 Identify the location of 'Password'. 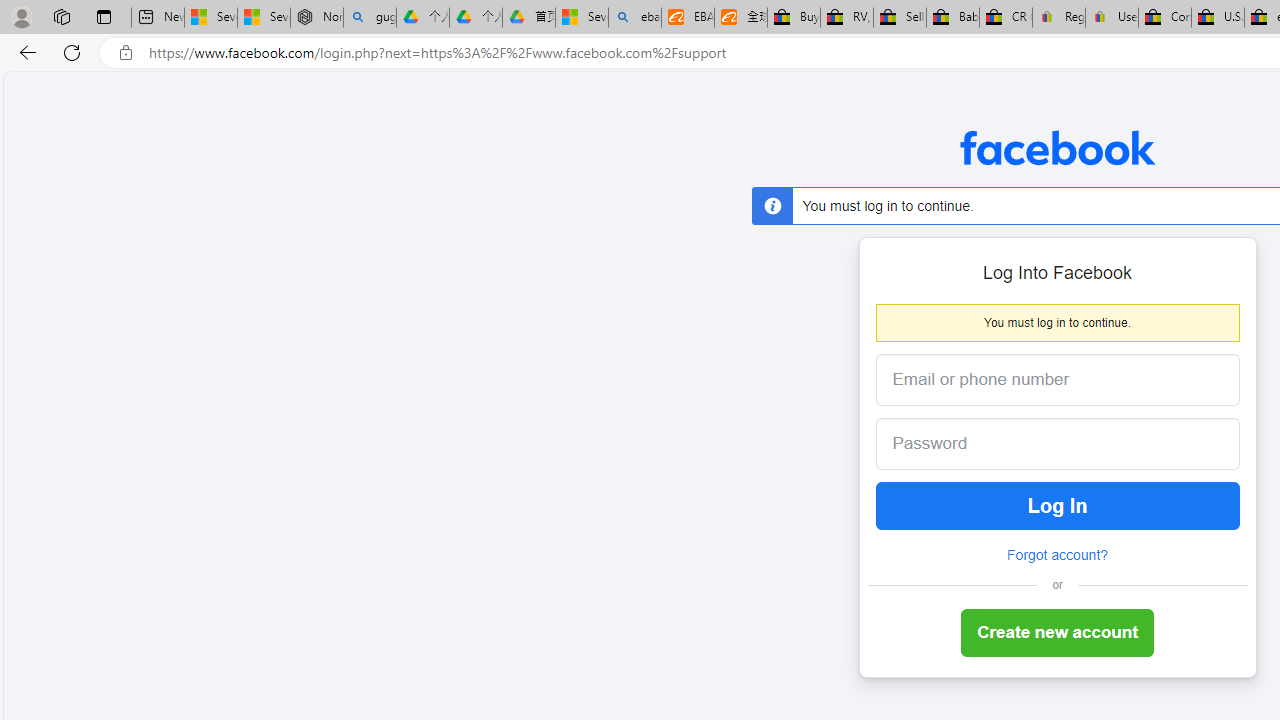
(1041, 443).